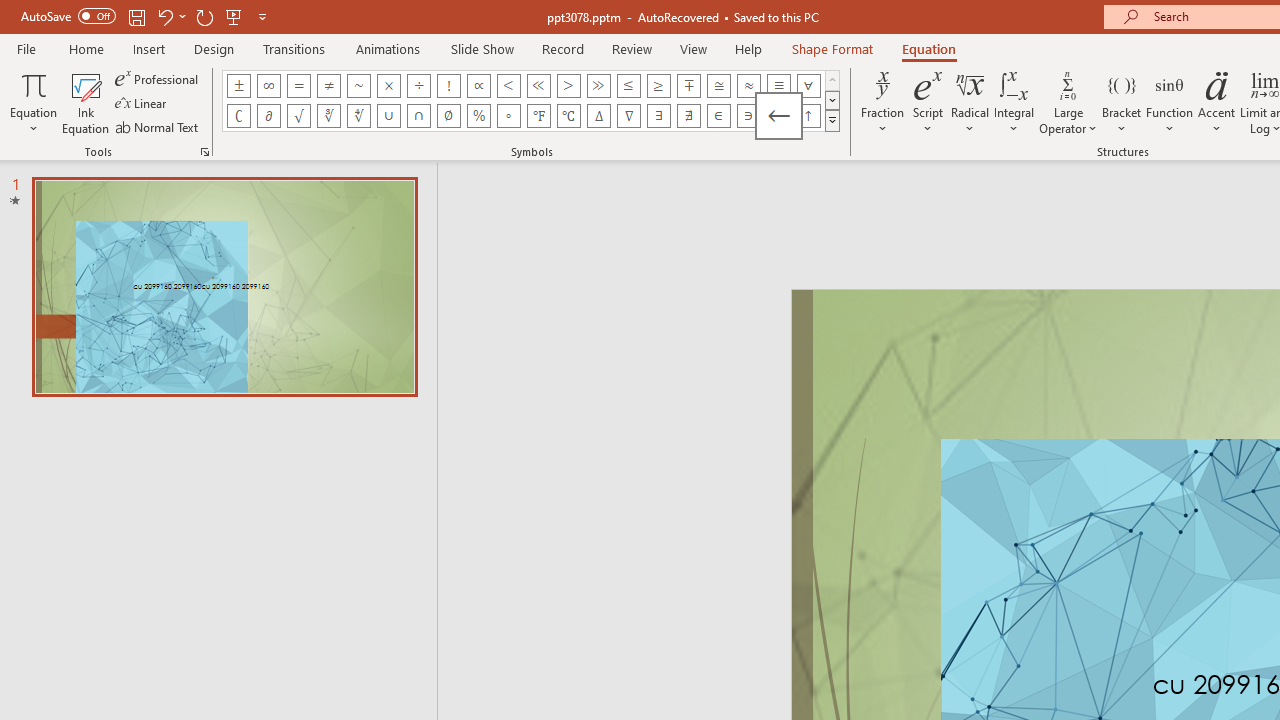 Image resolution: width=1280 pixels, height=720 pixels. I want to click on 'Equation Options...', so click(204, 150).